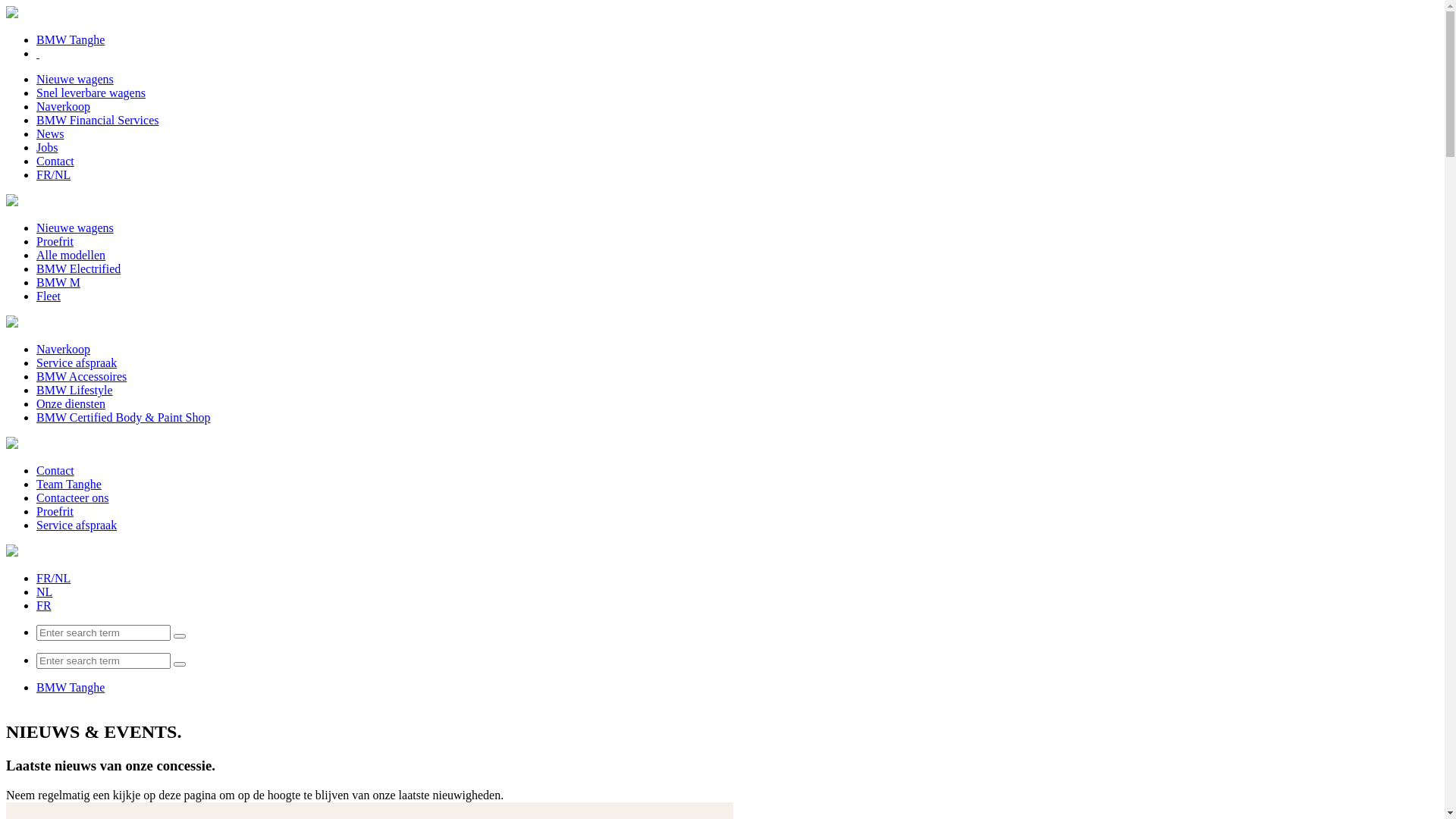 The image size is (1456, 819). What do you see at coordinates (50, 133) in the screenshot?
I see `'News'` at bounding box center [50, 133].